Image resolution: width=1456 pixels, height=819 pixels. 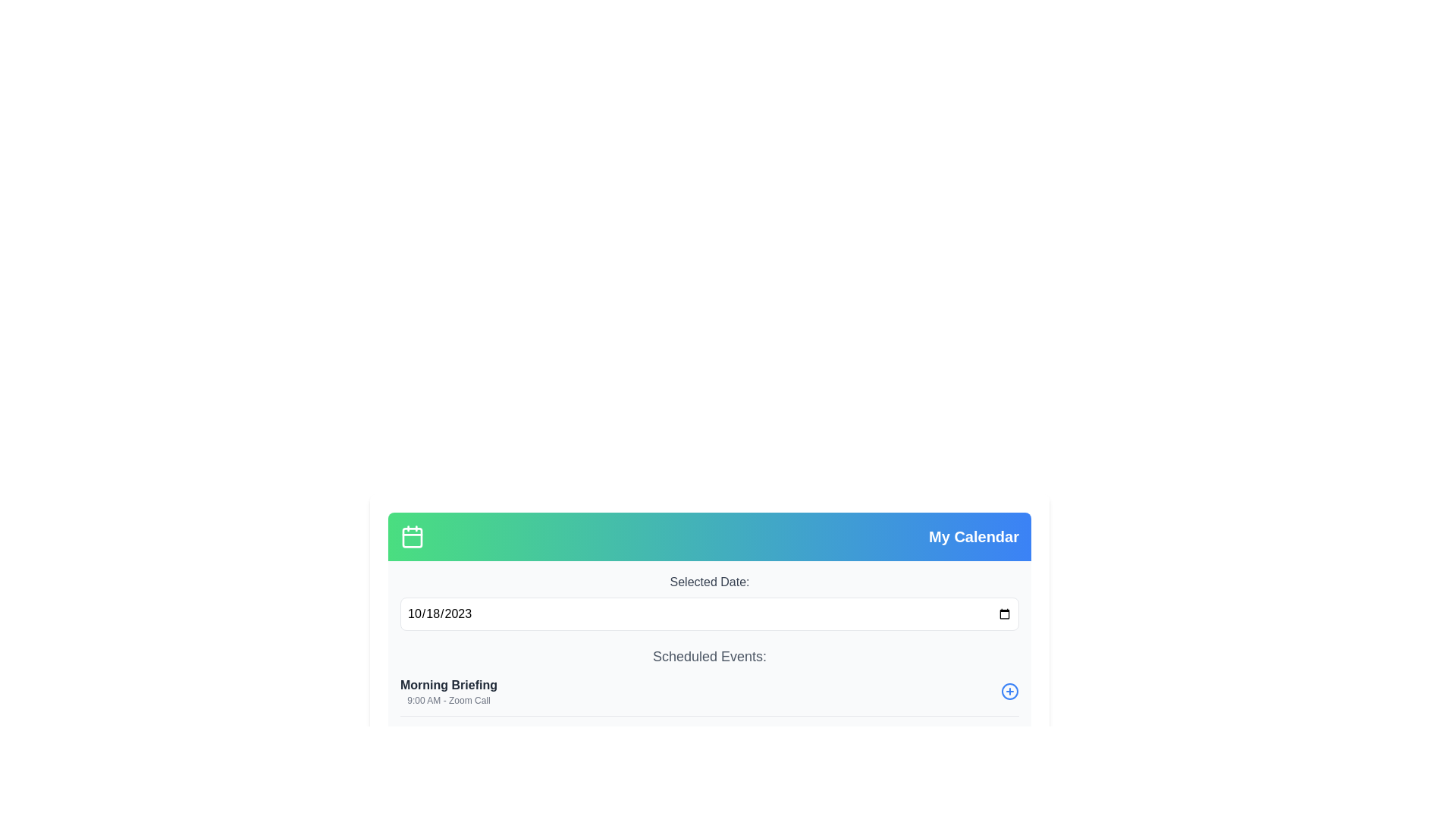 What do you see at coordinates (447, 691) in the screenshot?
I see `information provided in the 'Morning Briefing' text label, which includes the event title and time details` at bounding box center [447, 691].